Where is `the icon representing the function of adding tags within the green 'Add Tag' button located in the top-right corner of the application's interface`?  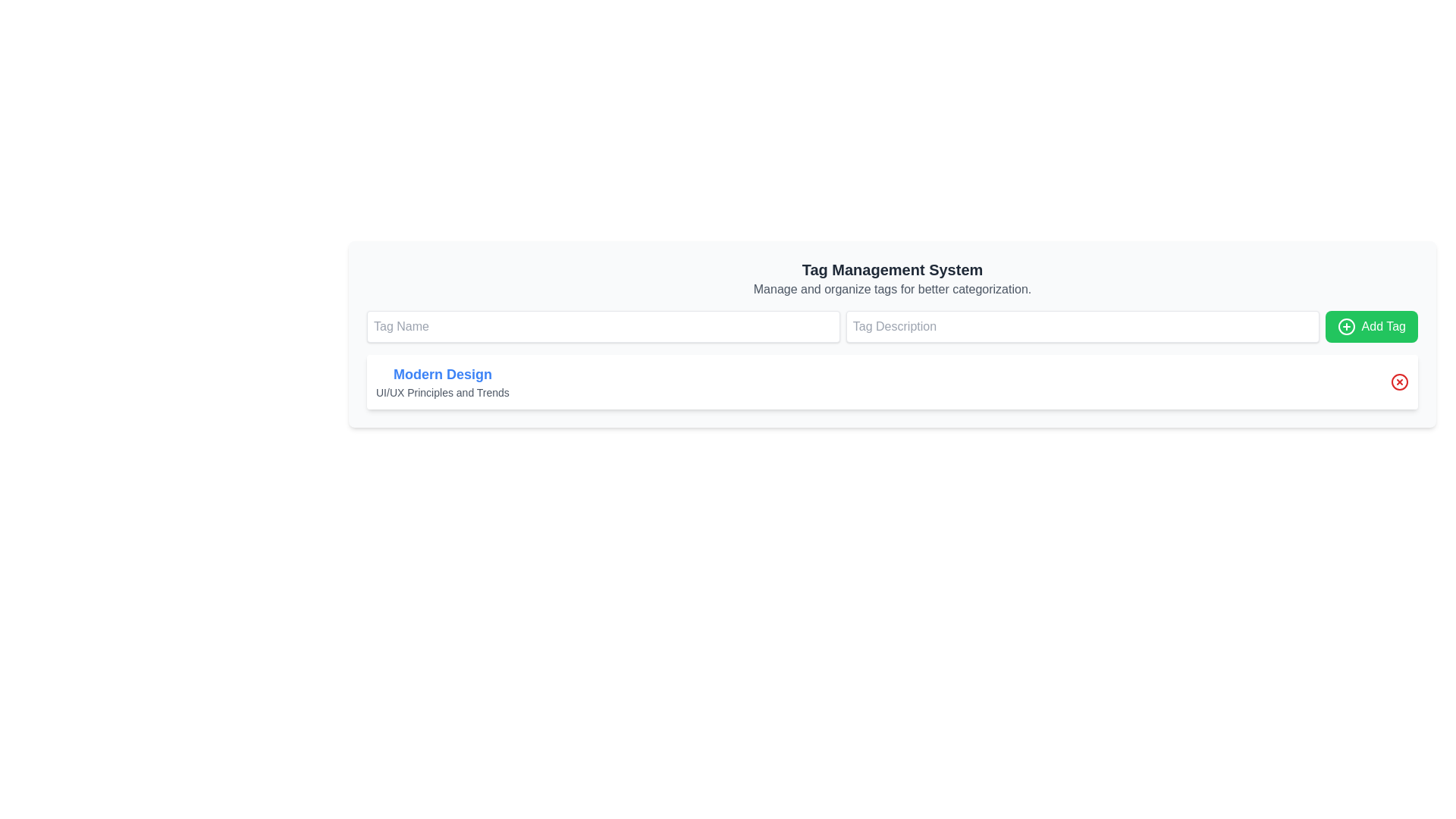
the icon representing the function of adding tags within the green 'Add Tag' button located in the top-right corner of the application's interface is located at coordinates (1346, 326).